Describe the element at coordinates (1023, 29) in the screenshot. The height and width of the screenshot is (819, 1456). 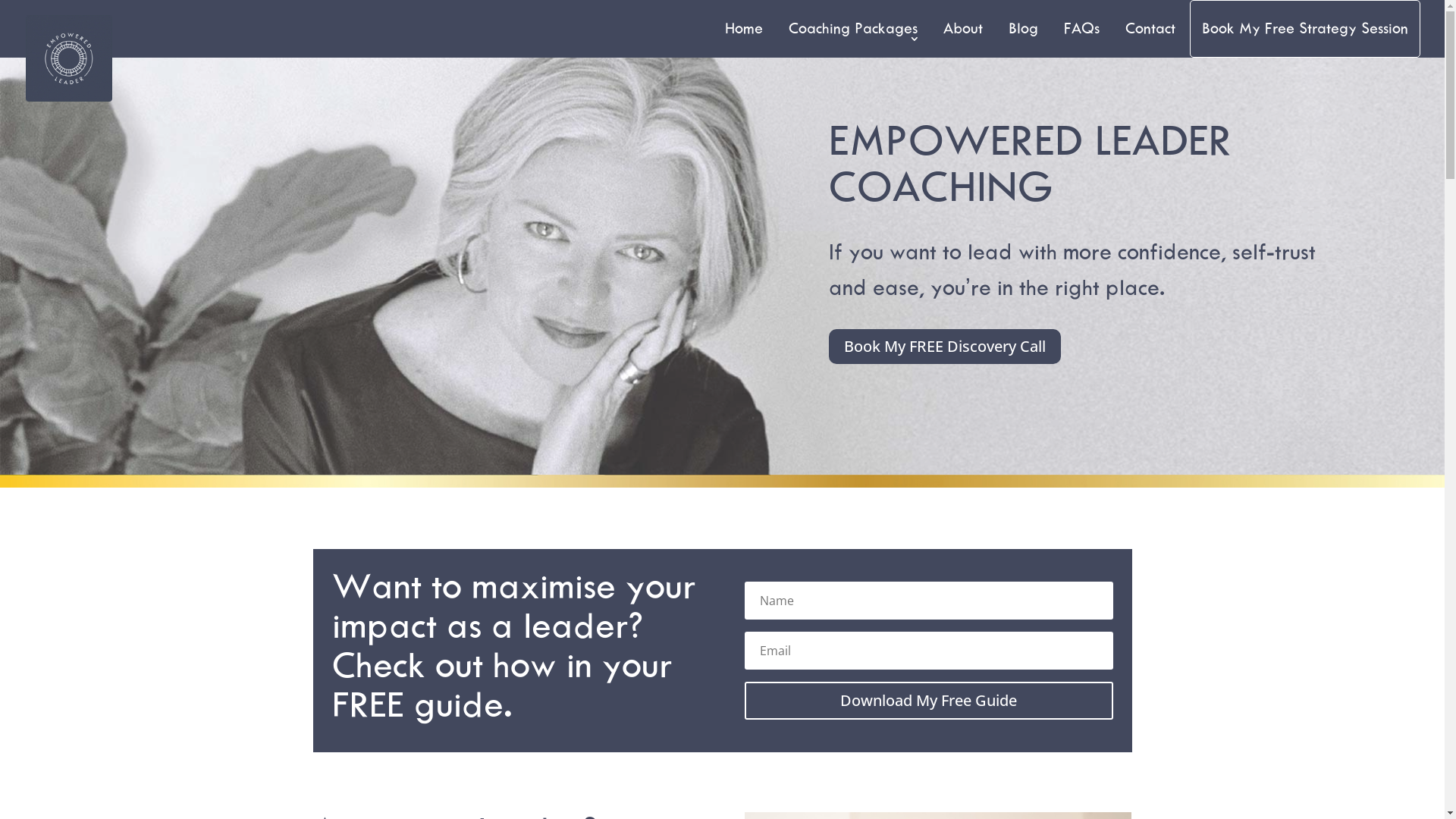
I see `'Blog'` at that location.